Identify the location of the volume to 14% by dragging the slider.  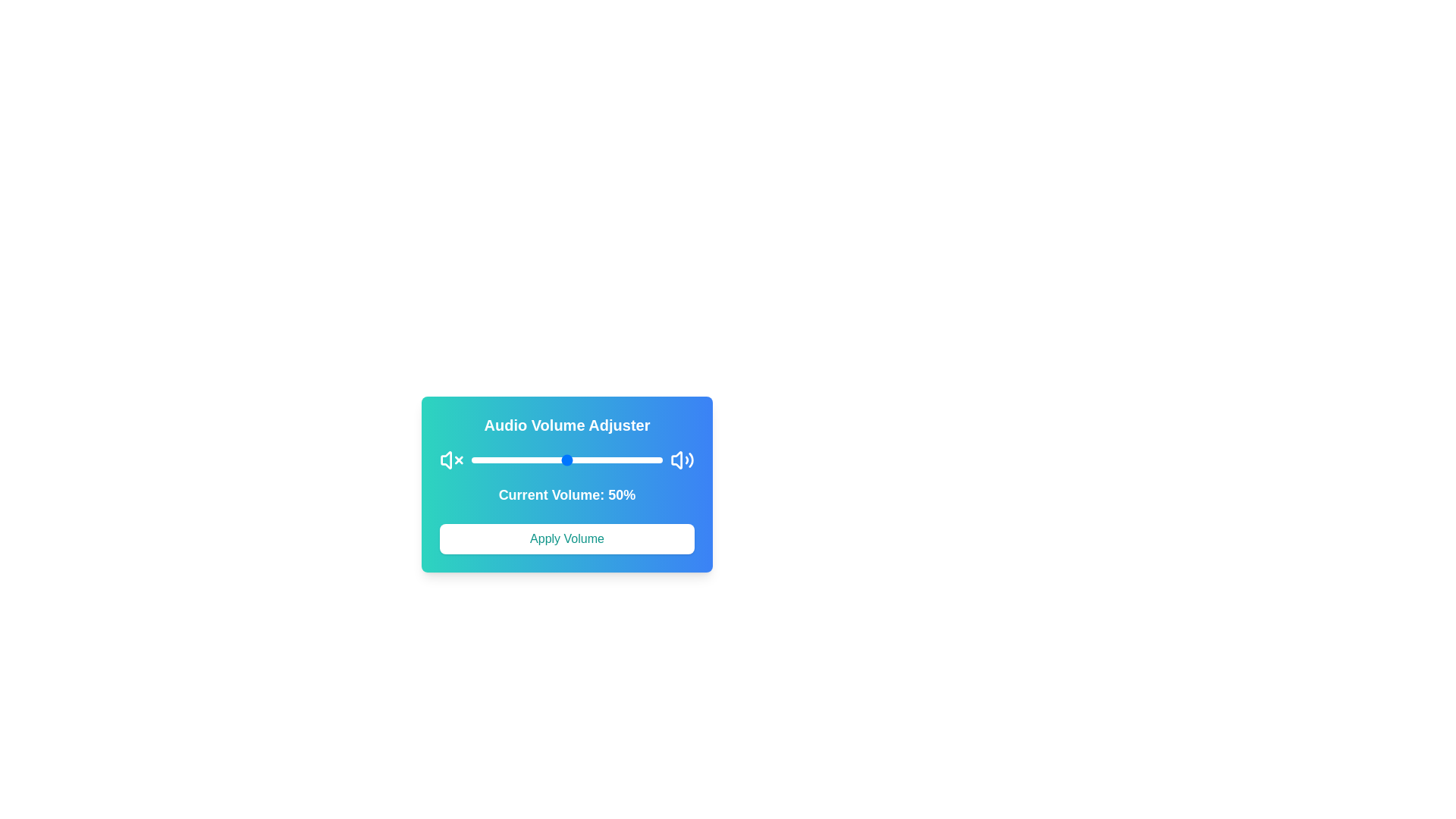
(498, 459).